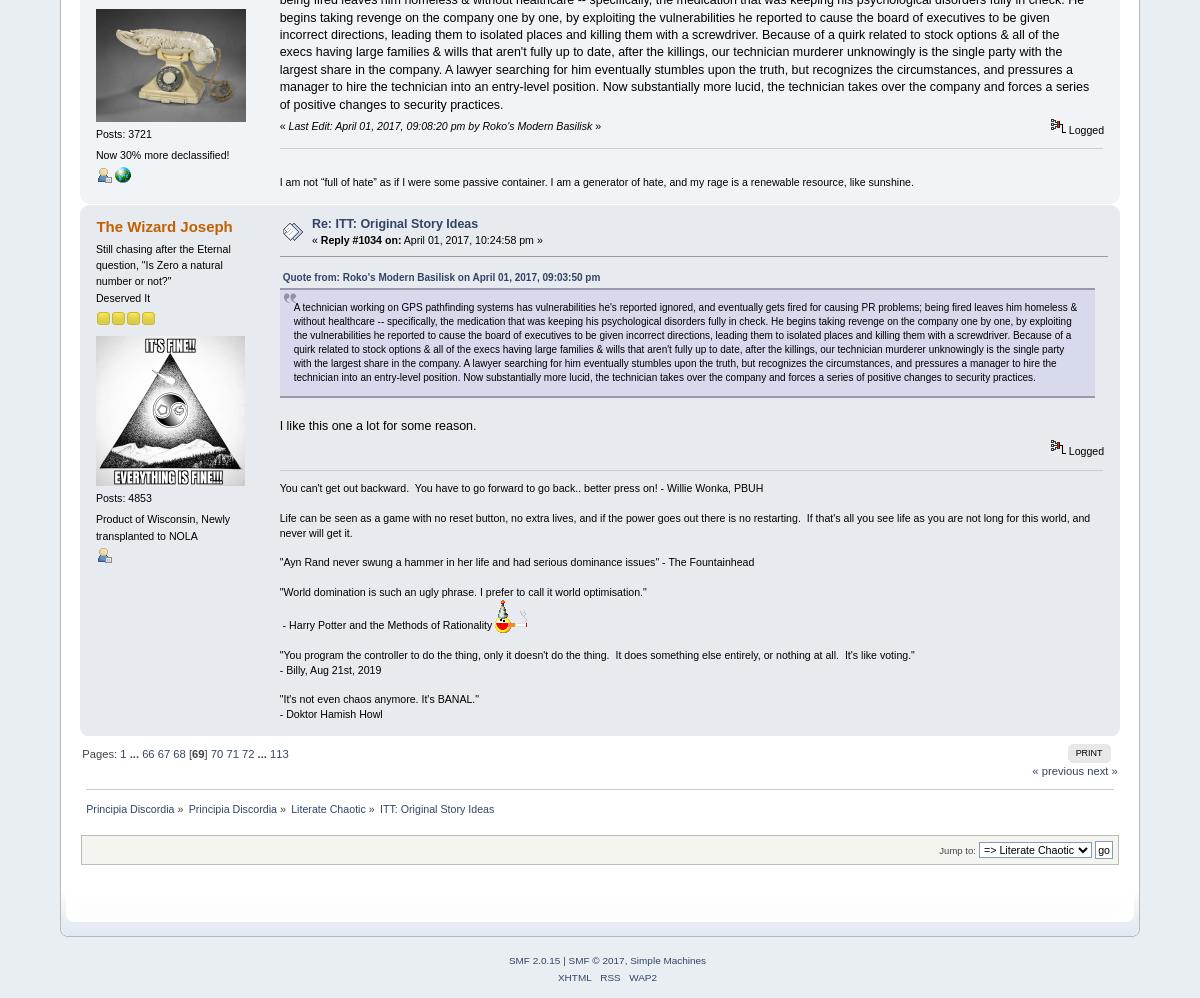 This screenshot has width=1200, height=998. What do you see at coordinates (161, 263) in the screenshot?
I see `'Still chasing after the Eternal question, "Is Zero a natural number or not?"'` at bounding box center [161, 263].